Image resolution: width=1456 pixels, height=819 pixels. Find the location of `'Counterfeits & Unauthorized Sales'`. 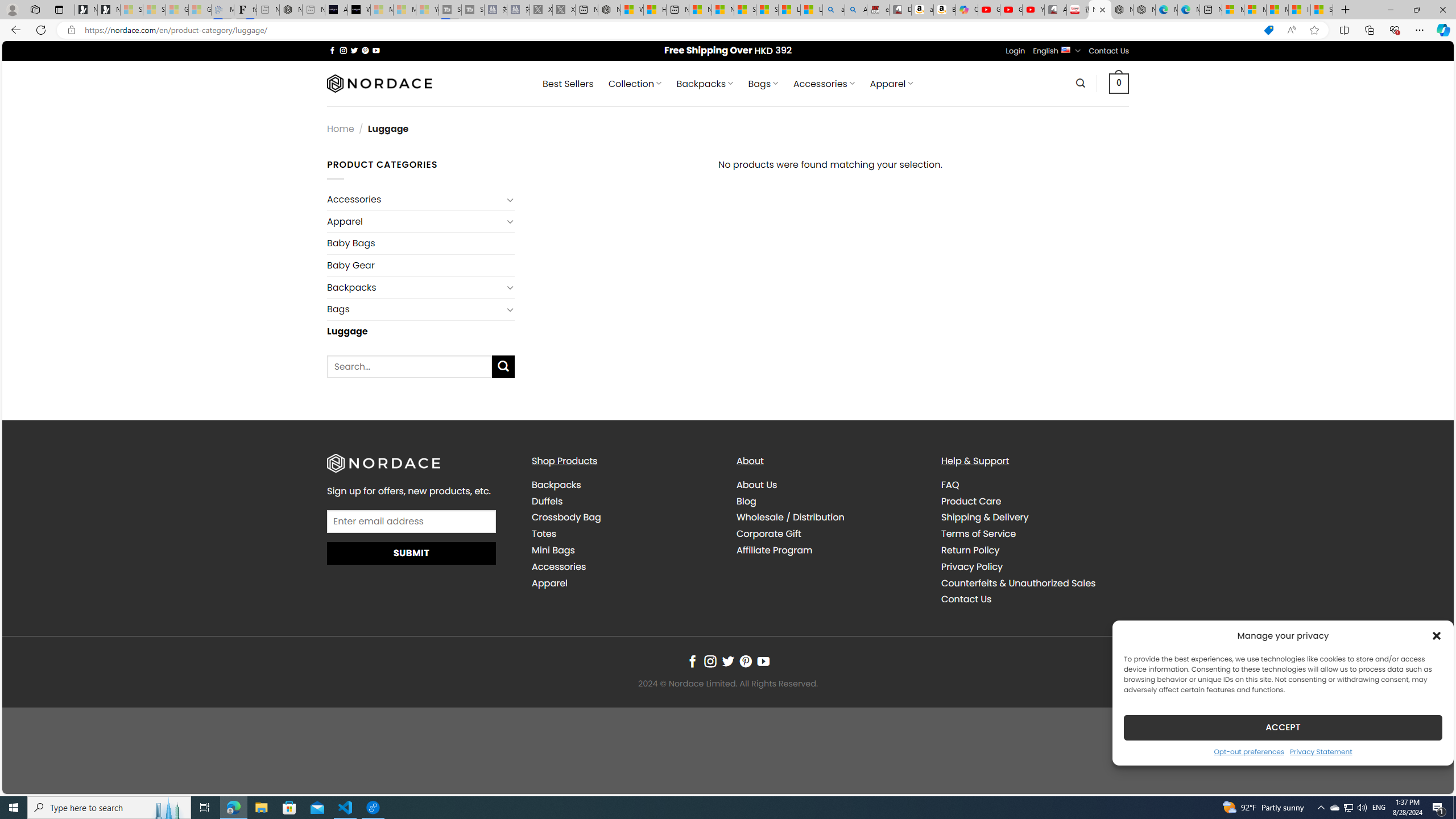

'Counterfeits & Unauthorized Sales' is located at coordinates (1034, 584).